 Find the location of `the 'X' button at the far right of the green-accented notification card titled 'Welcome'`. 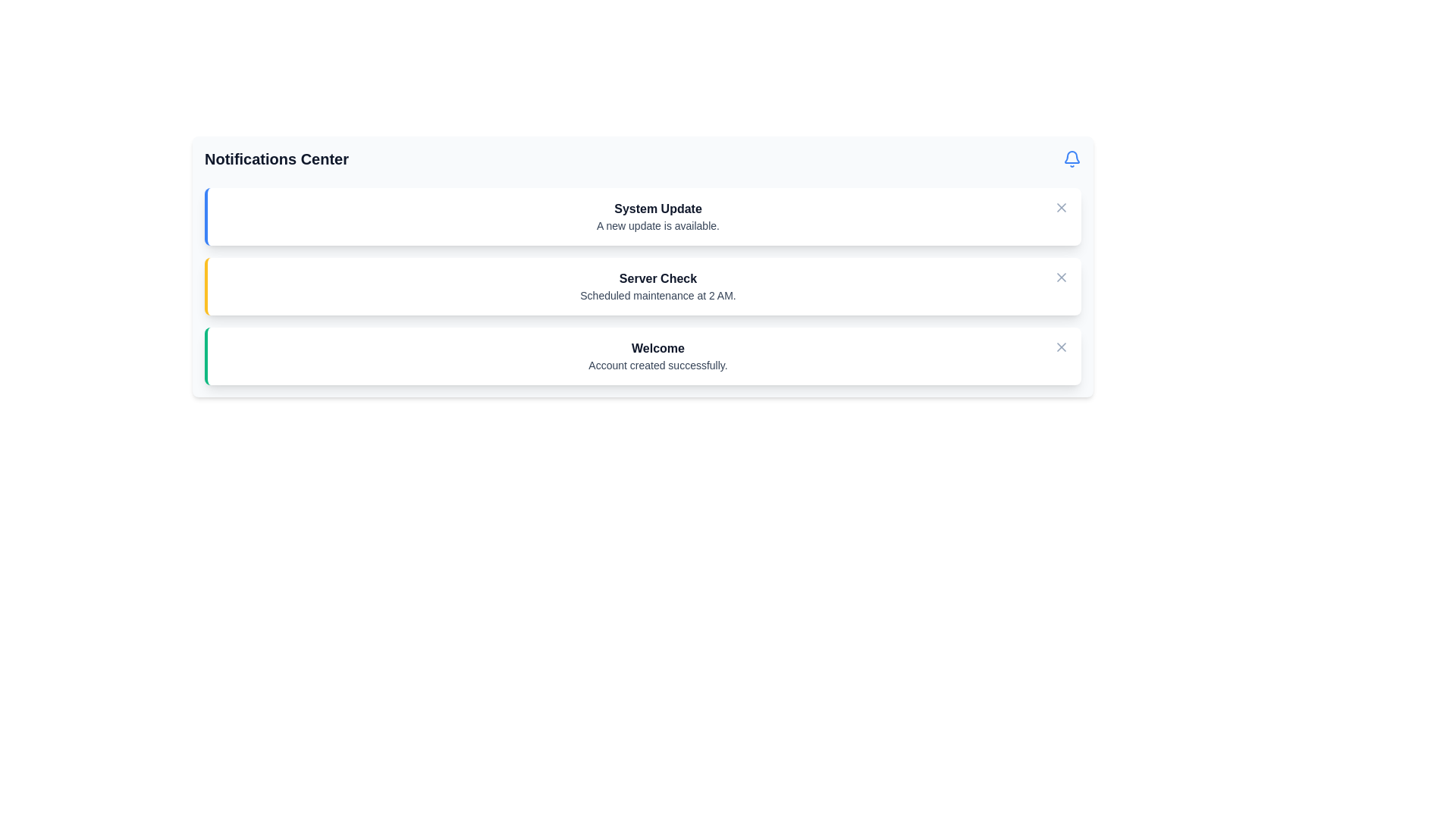

the 'X' button at the far right of the green-accented notification card titled 'Welcome' is located at coordinates (1061, 347).